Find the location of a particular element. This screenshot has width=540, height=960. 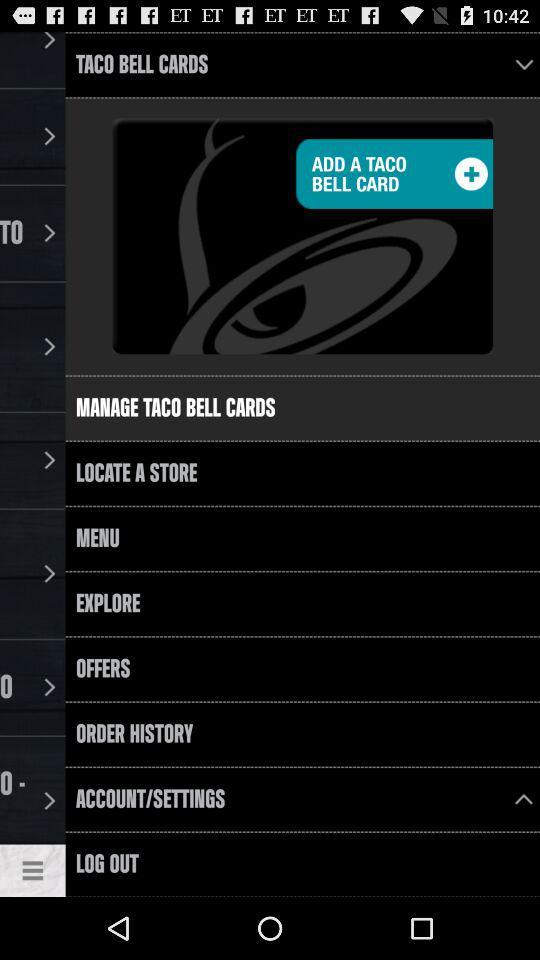

the menu icon is located at coordinates (31, 931).